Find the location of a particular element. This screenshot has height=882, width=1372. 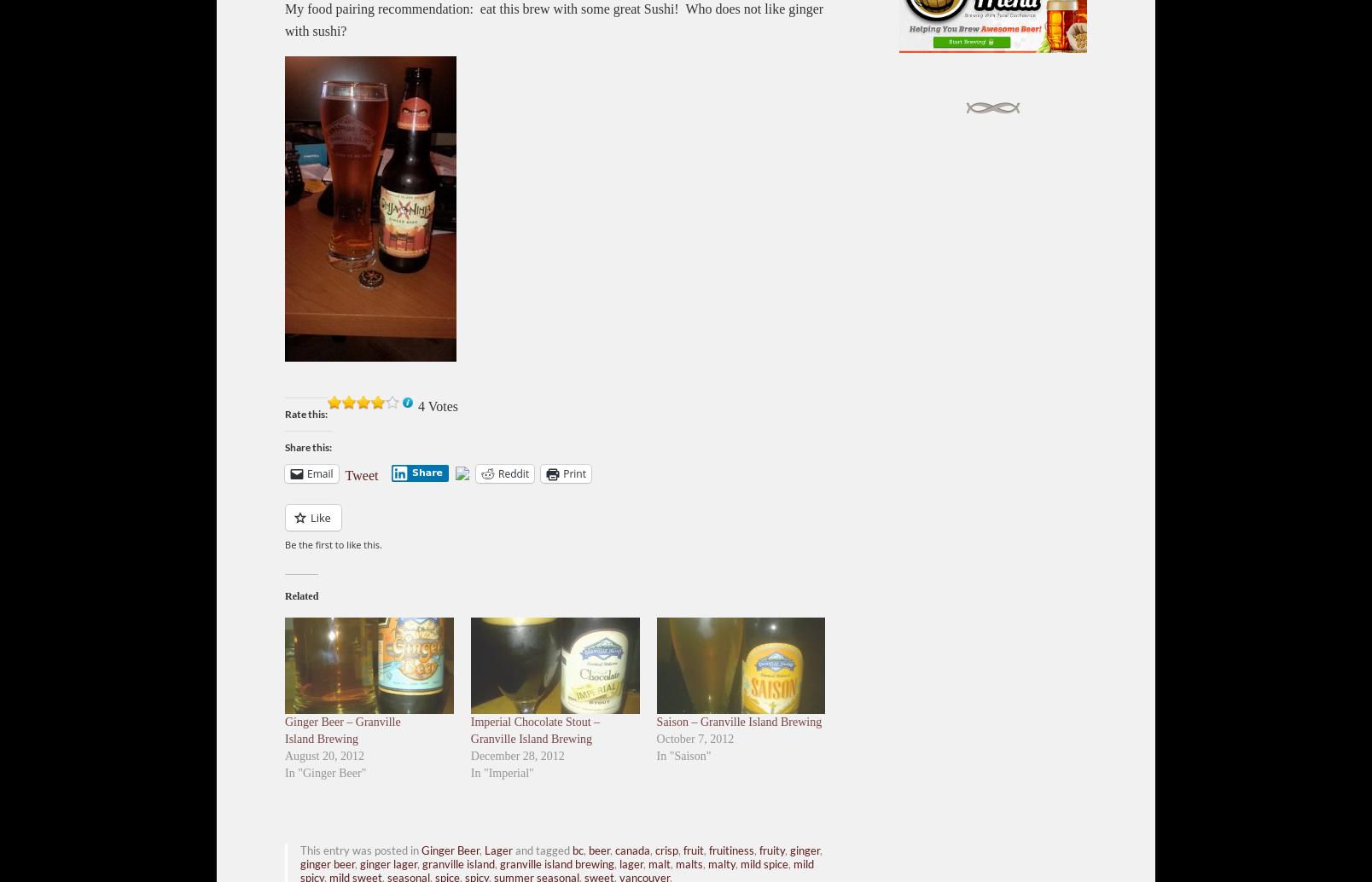

'ginger lager' is located at coordinates (387, 862).